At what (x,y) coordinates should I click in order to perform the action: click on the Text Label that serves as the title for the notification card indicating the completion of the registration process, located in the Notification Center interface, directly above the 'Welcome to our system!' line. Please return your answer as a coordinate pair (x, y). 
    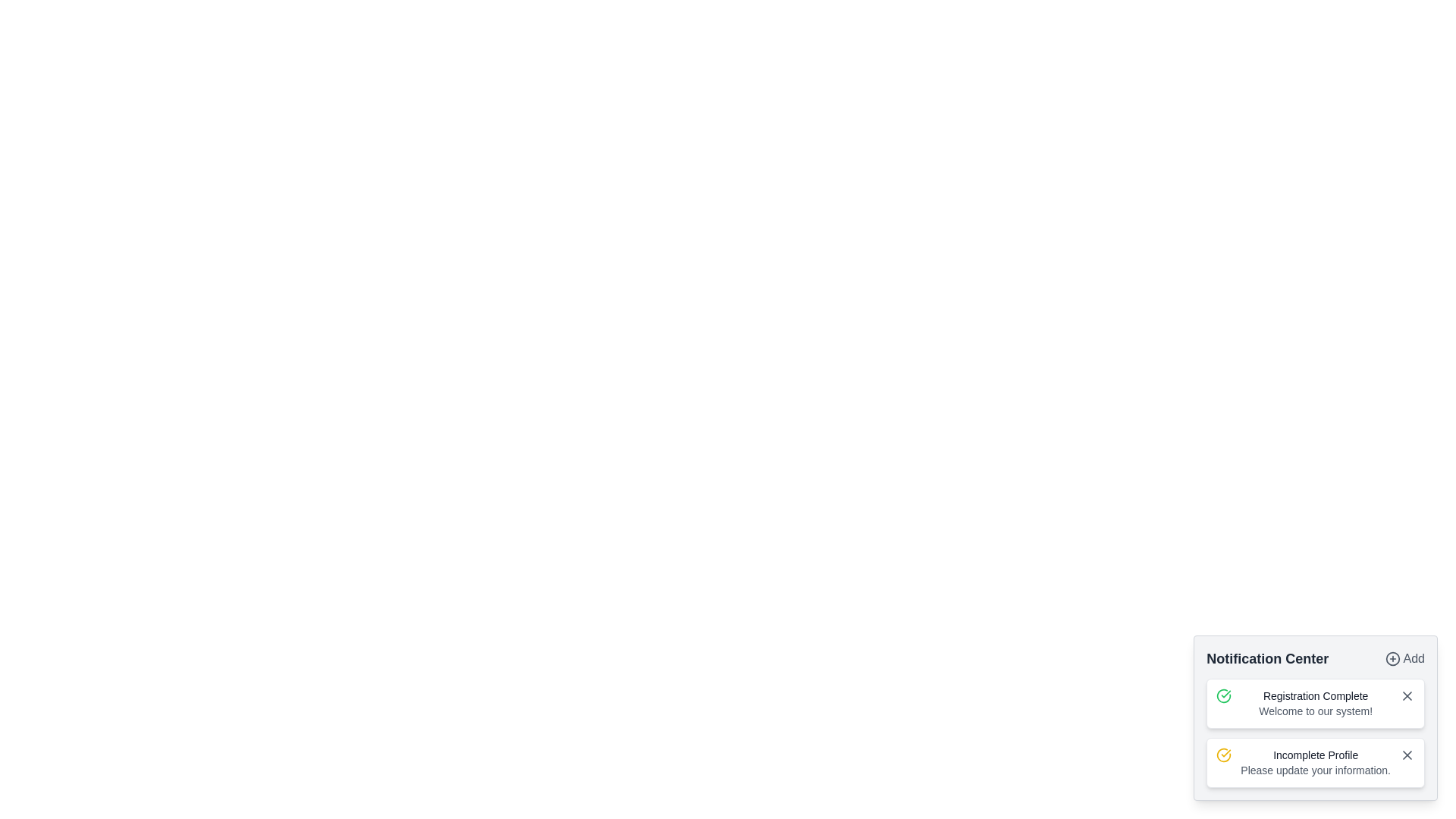
    Looking at the image, I should click on (1315, 696).